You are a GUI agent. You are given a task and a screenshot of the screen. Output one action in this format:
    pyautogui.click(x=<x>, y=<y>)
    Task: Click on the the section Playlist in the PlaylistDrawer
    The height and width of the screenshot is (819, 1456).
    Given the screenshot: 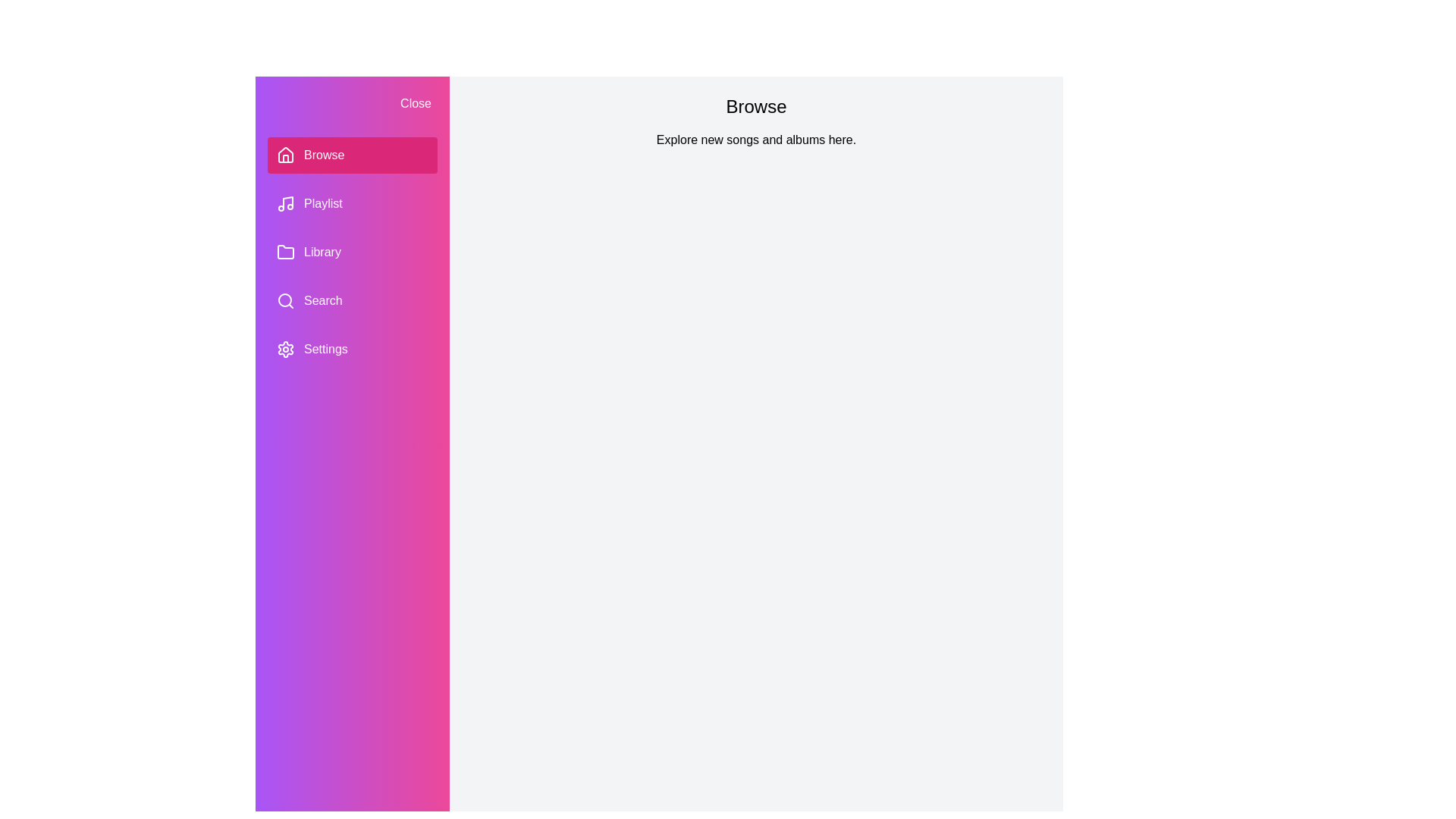 What is the action you would take?
    pyautogui.click(x=352, y=203)
    